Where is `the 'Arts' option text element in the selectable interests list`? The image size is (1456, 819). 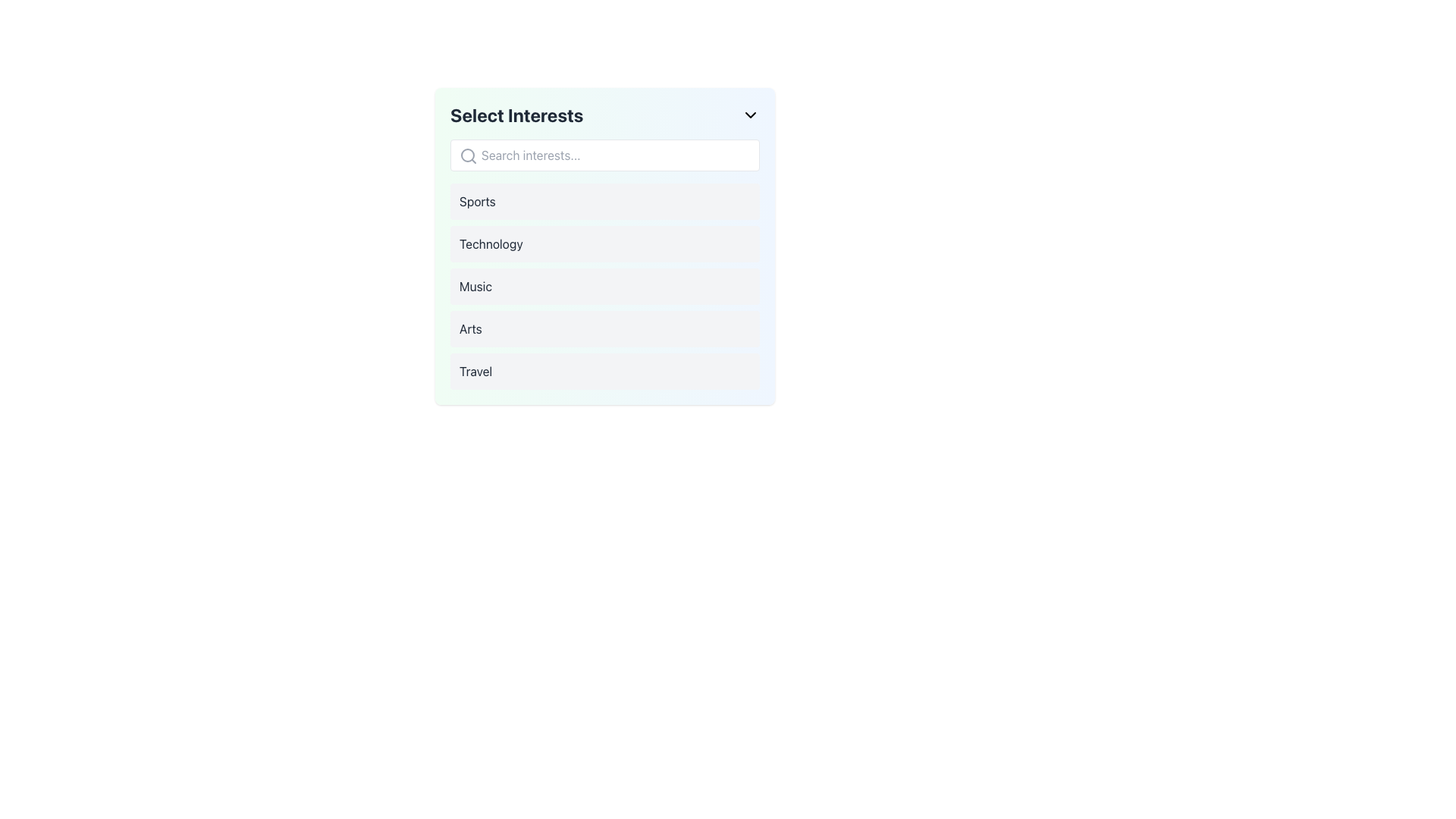
the 'Arts' option text element in the selectable interests list is located at coordinates (469, 328).